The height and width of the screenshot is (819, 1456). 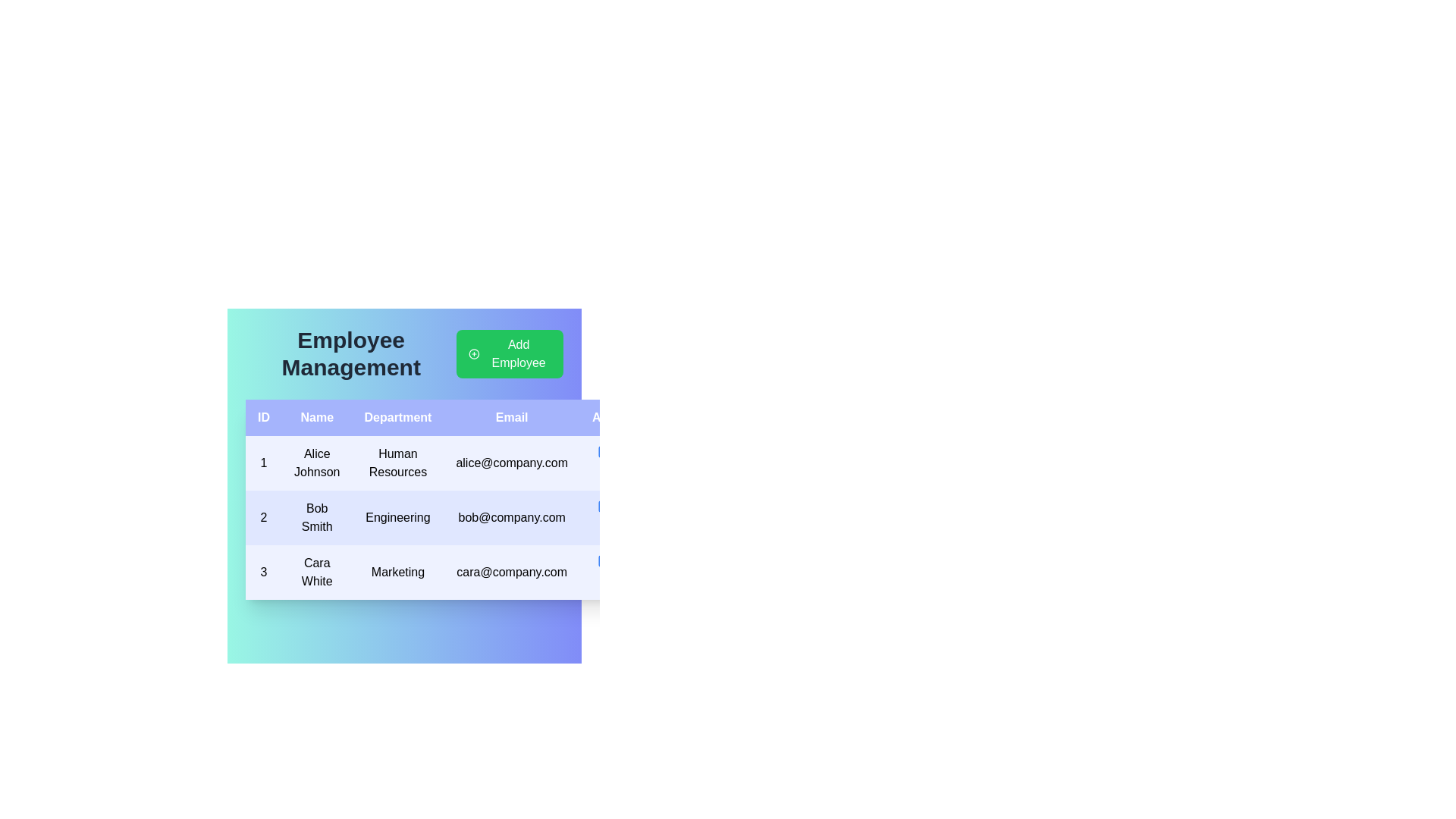 What do you see at coordinates (263, 462) in the screenshot?
I see `the static text field representing the ID number of the first entry in the 'Employee Management' table, located in the top-left corner of the data grid` at bounding box center [263, 462].